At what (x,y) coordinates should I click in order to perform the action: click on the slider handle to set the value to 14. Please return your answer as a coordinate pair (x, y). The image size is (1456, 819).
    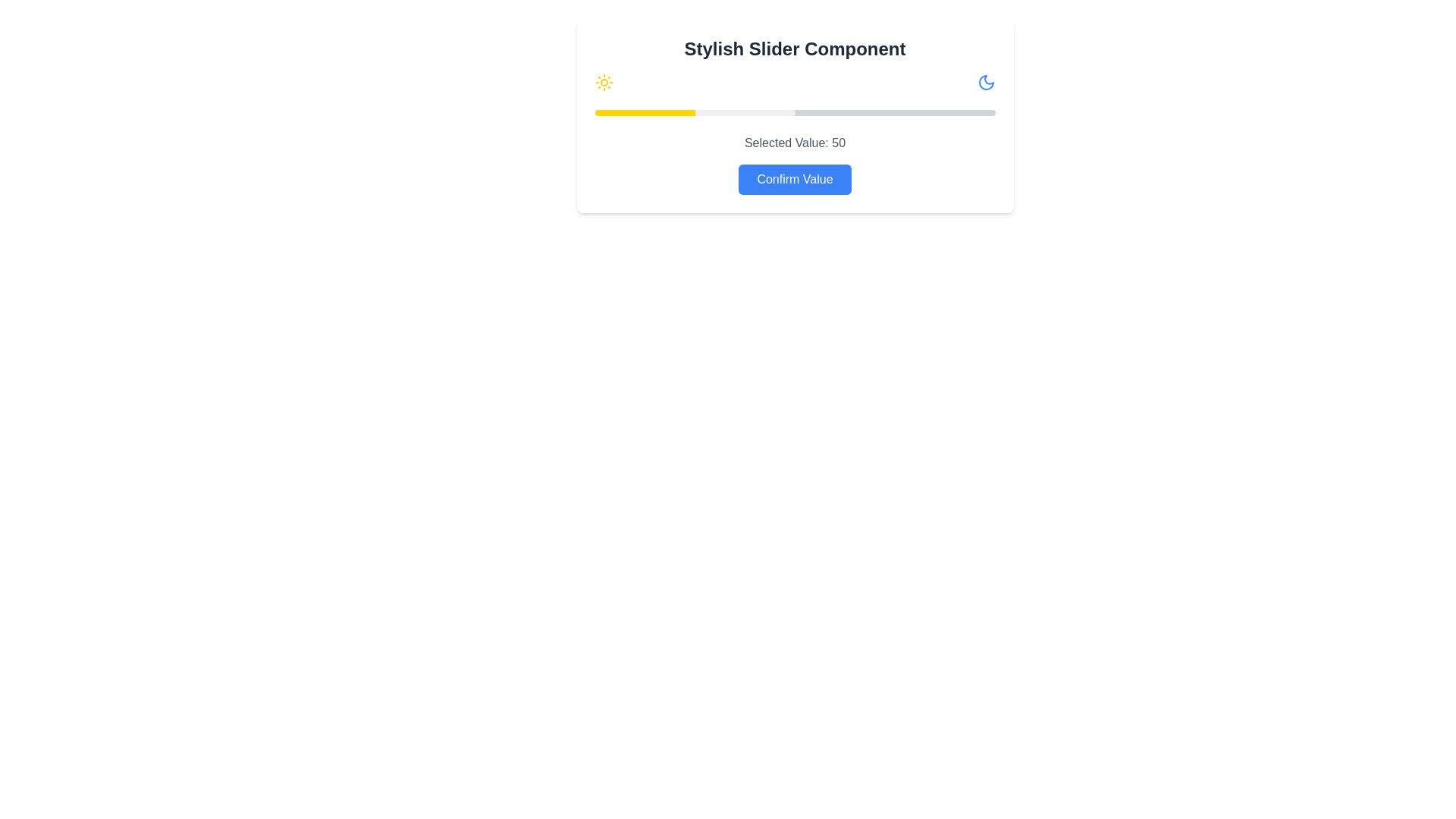
    Looking at the image, I should click on (651, 112).